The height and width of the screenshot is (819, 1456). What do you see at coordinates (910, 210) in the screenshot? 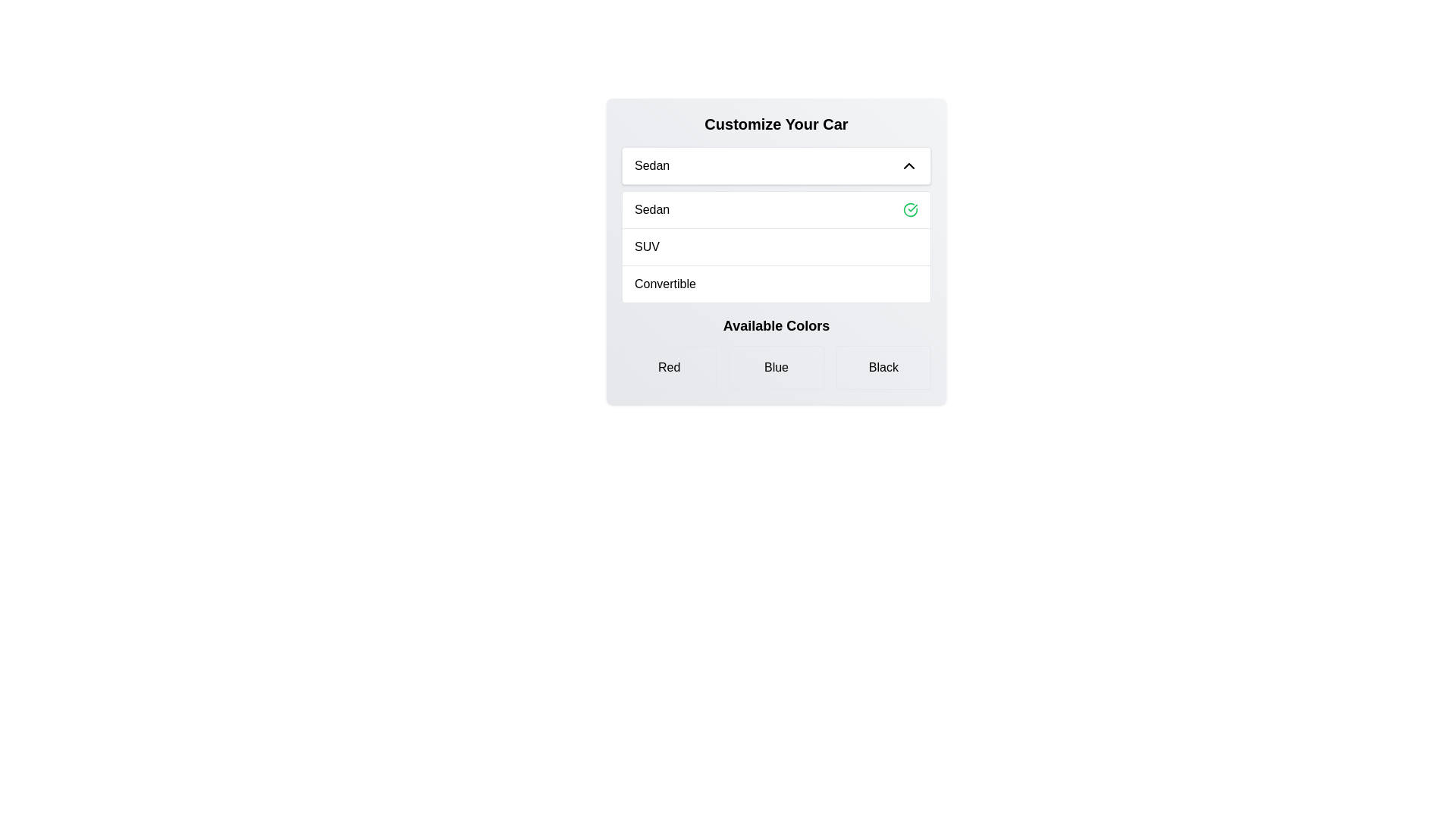
I see `the green circular check mark icon located to the far right of the 'Sedan' option in the dropdown menu under 'Customize Your Car'` at bounding box center [910, 210].